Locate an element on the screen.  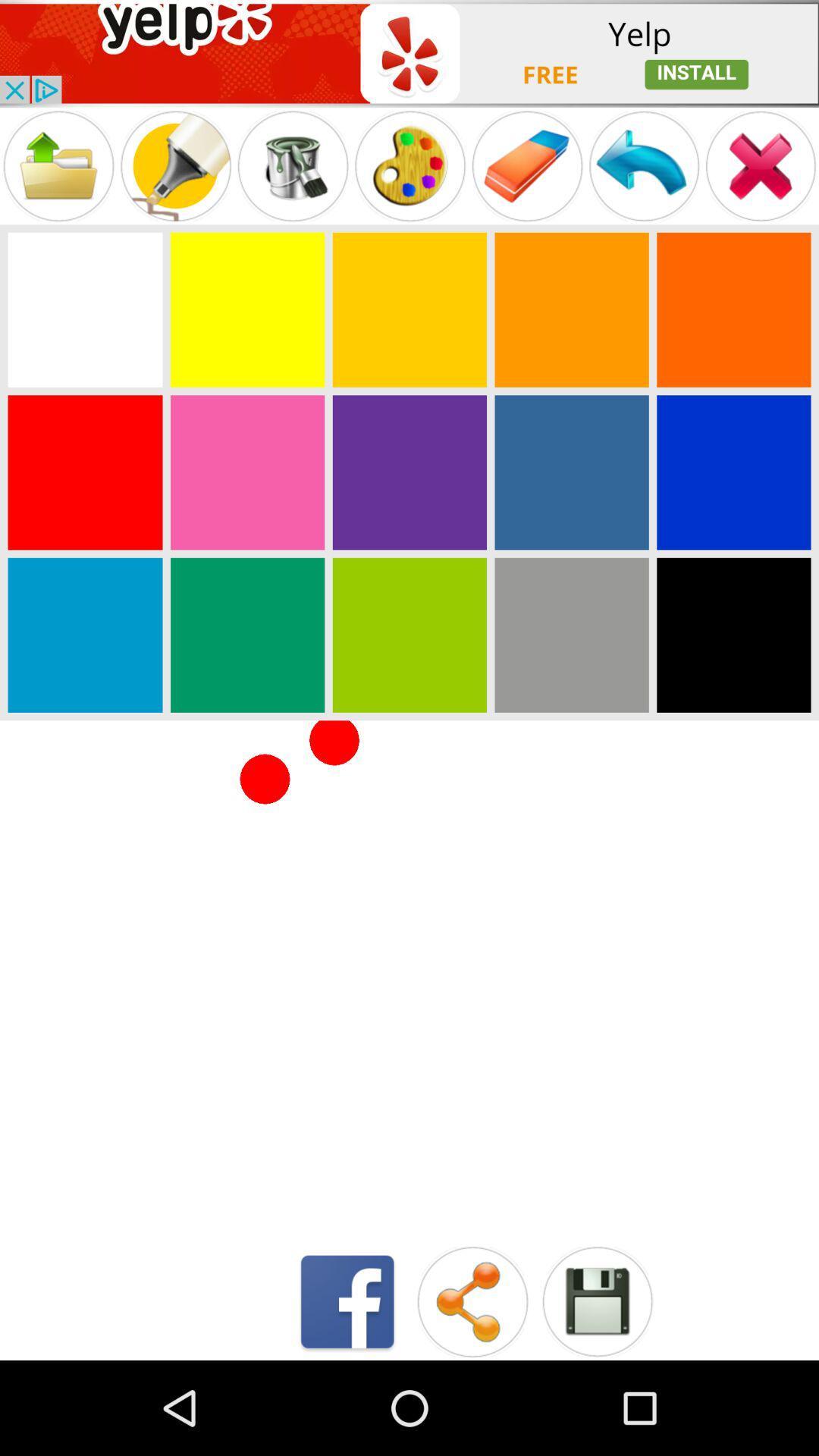
share to facebook is located at coordinates (347, 1301).